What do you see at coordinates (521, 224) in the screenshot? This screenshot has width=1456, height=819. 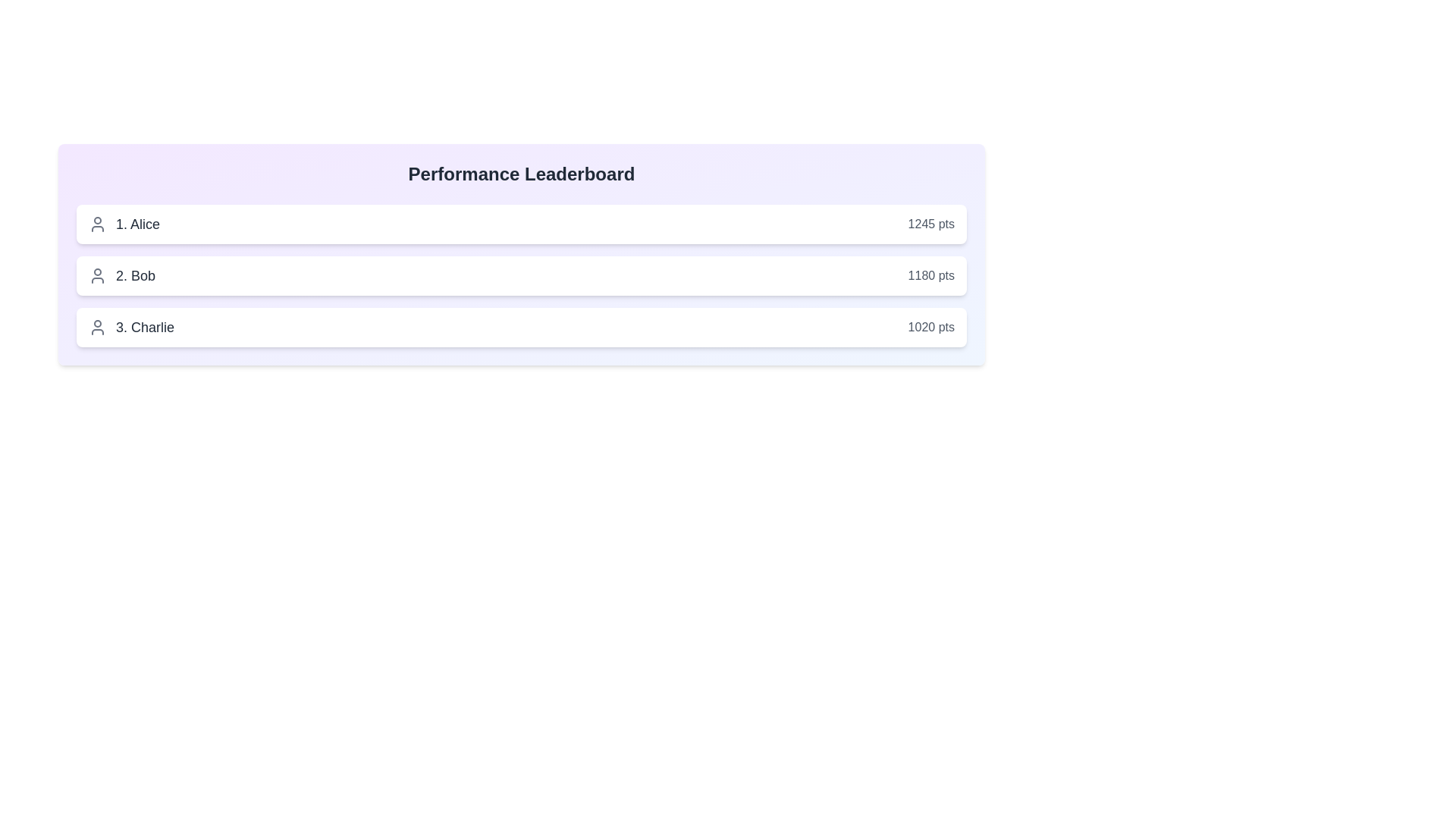 I see `the user entry corresponding to Alice` at bounding box center [521, 224].